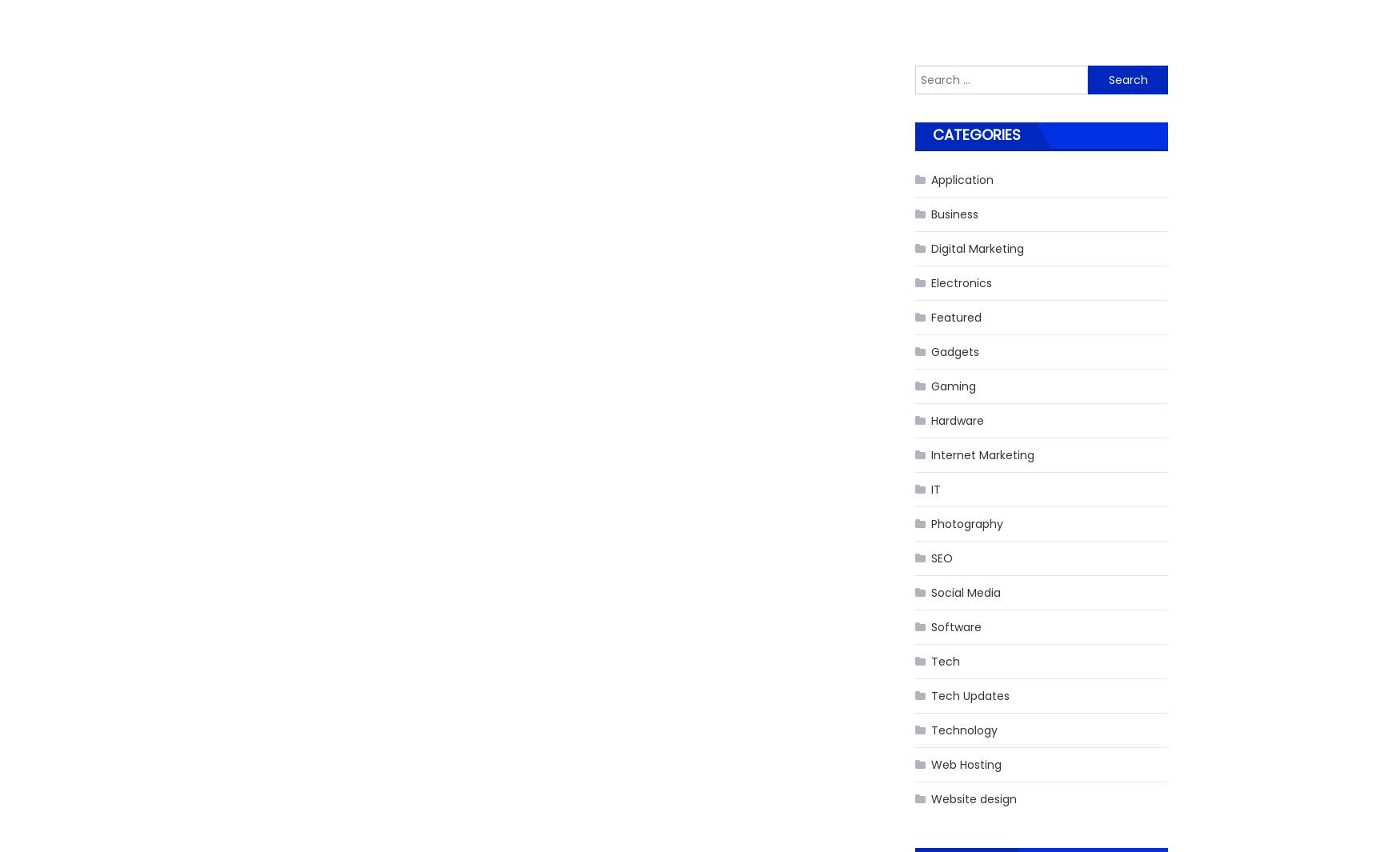  Describe the element at coordinates (935, 488) in the screenshot. I see `'IT'` at that location.